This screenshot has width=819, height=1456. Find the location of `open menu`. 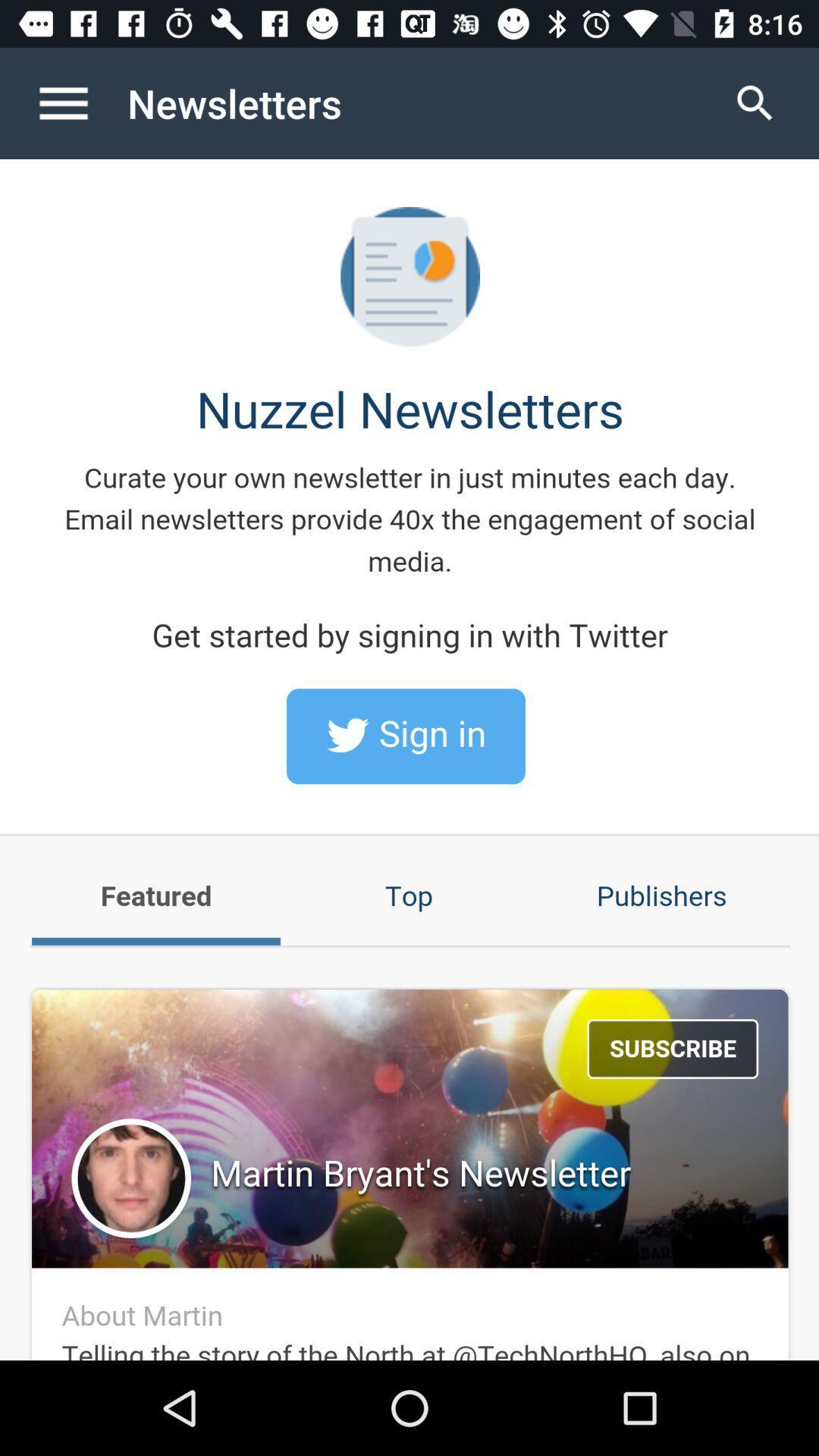

open menu is located at coordinates (79, 102).